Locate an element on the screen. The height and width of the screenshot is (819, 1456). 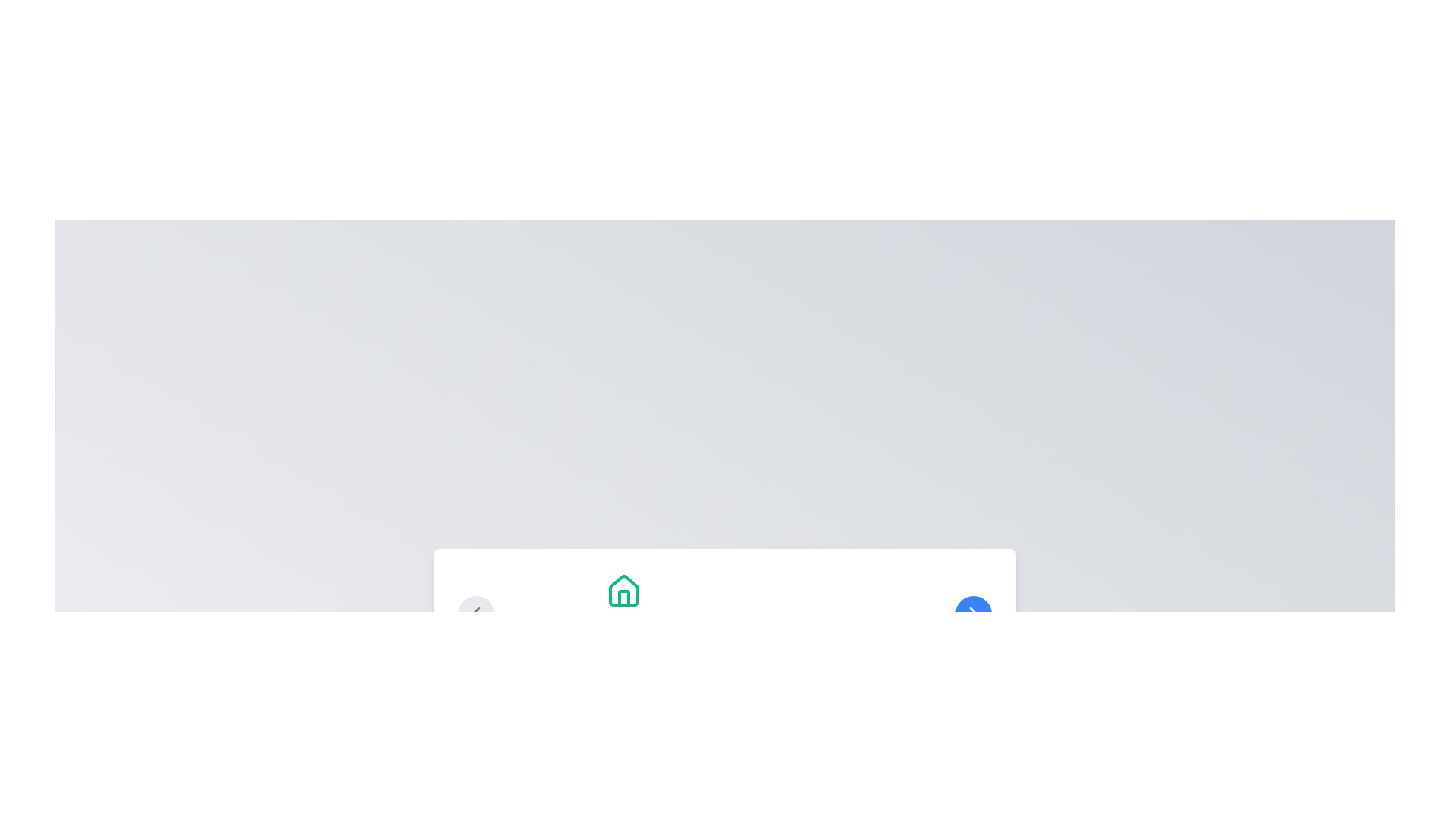
the door segment of the house icon, which is a rectangular shaped element with a darker color, centrally located within the house outline is located at coordinates (624, 598).